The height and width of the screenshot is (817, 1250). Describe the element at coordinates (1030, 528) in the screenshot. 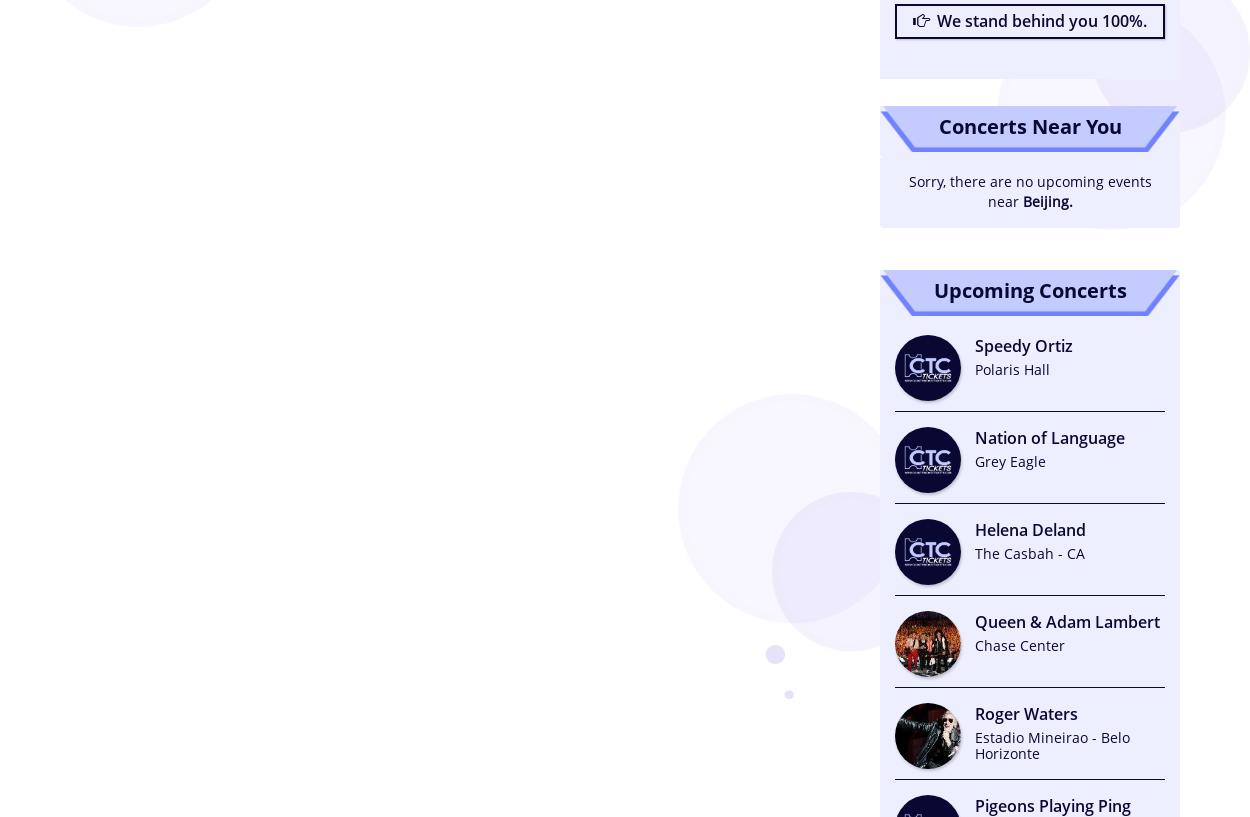

I see `'Helena Deland'` at that location.